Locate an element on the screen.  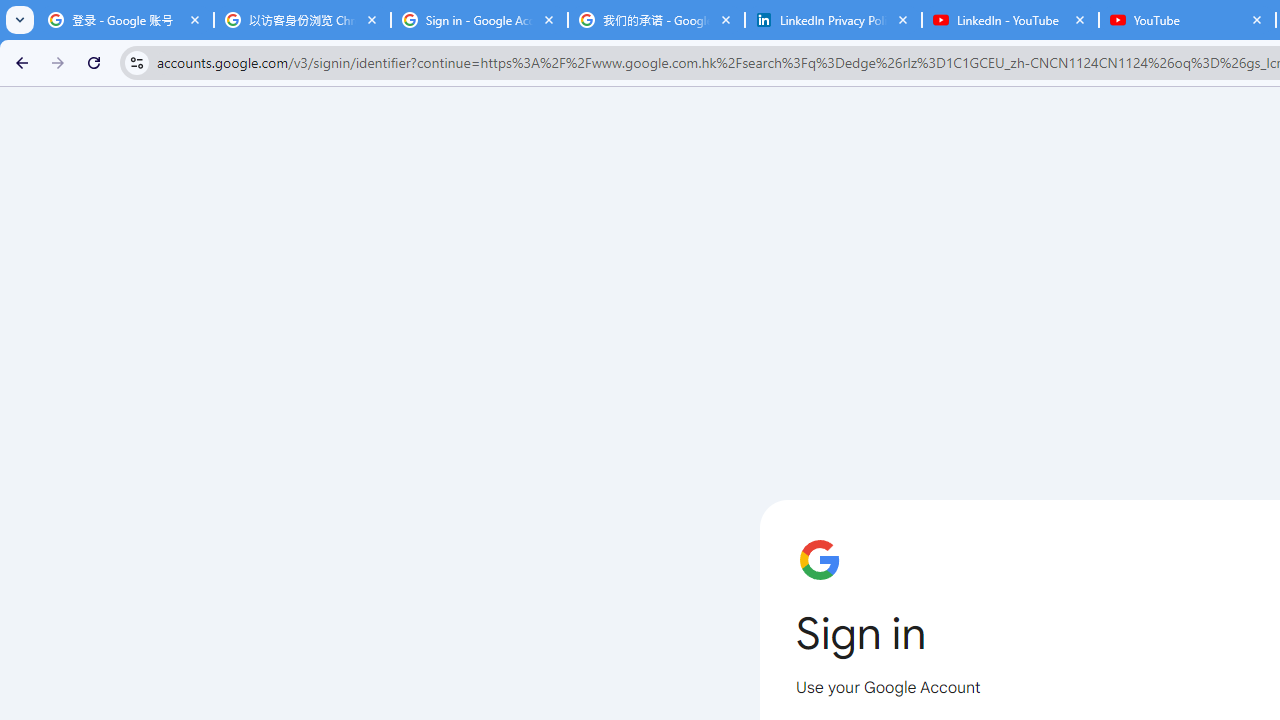
'LinkedIn Privacy Policy' is located at coordinates (833, 20).